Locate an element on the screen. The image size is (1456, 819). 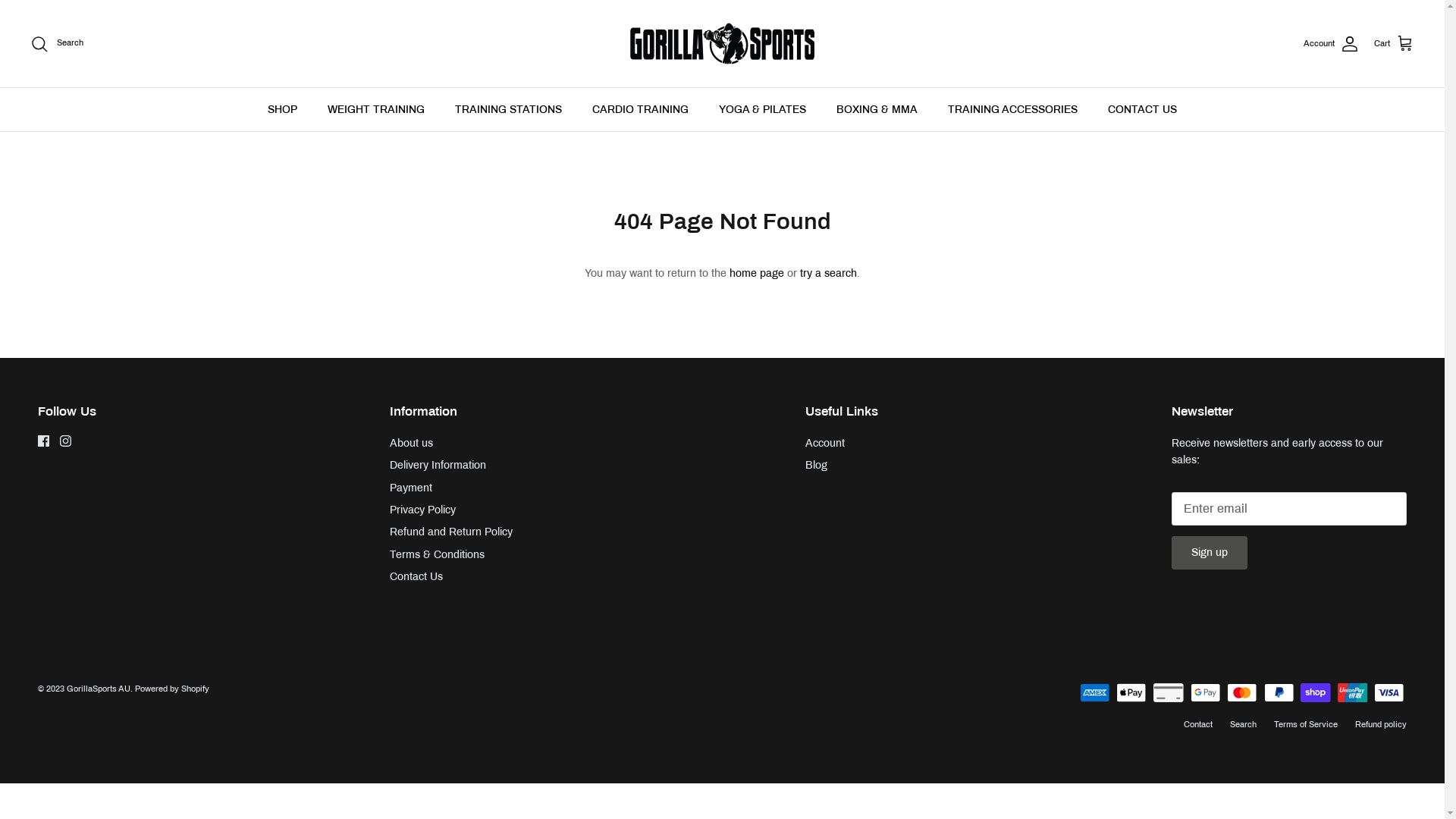
'Payment' is located at coordinates (411, 488).